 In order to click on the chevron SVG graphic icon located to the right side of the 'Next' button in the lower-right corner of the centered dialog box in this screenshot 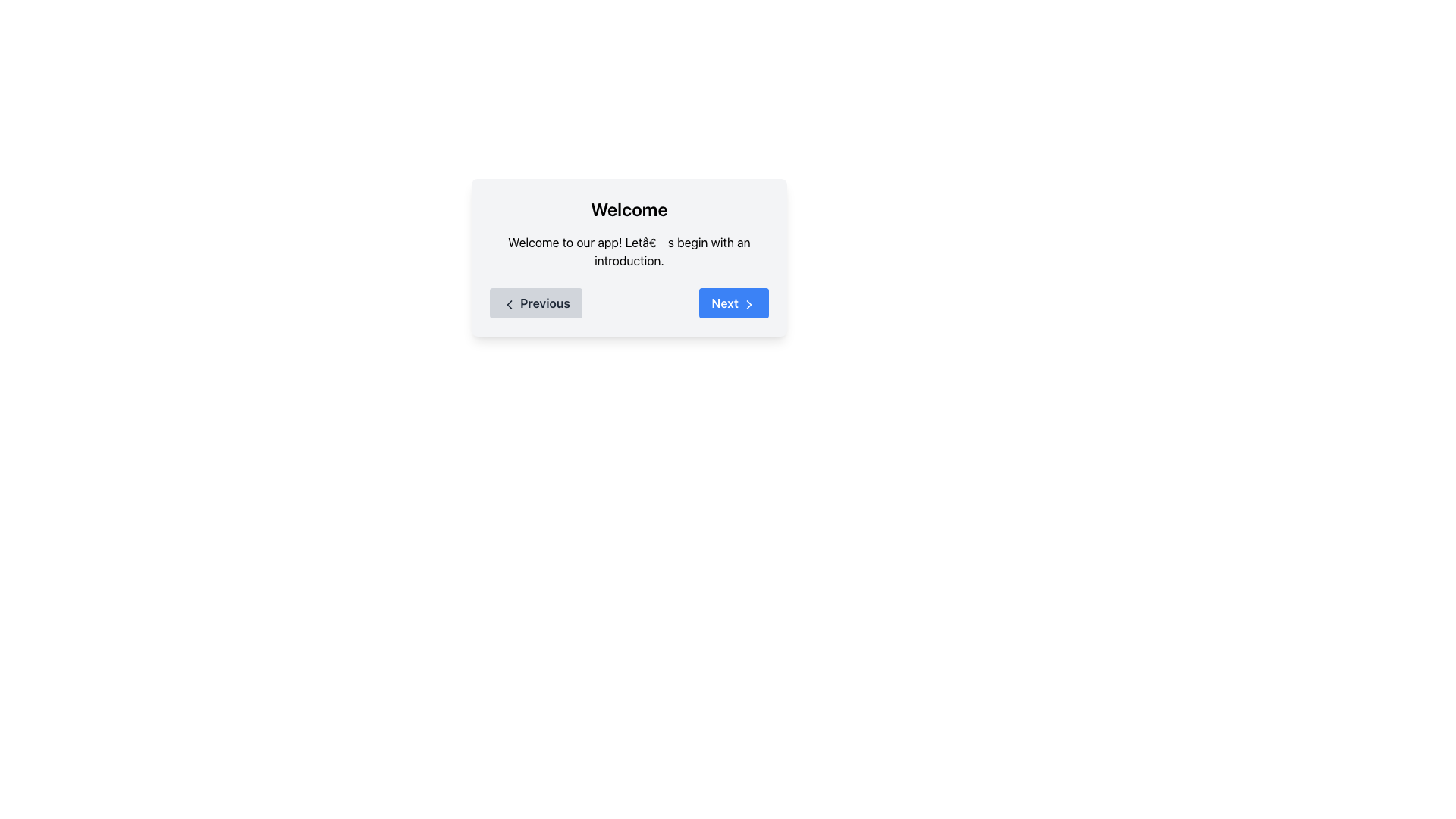, I will do `click(748, 304)`.